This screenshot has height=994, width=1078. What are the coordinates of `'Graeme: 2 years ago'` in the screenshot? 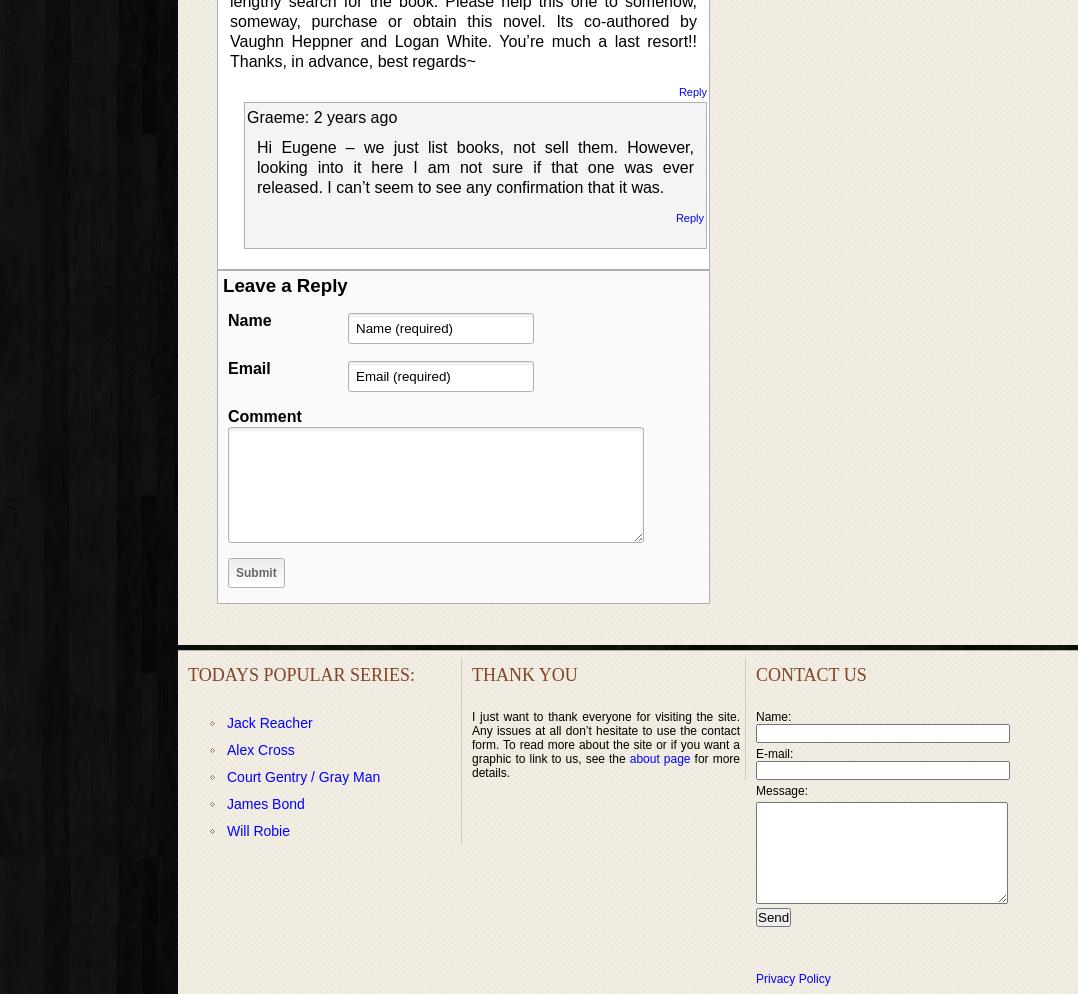 It's located at (245, 116).